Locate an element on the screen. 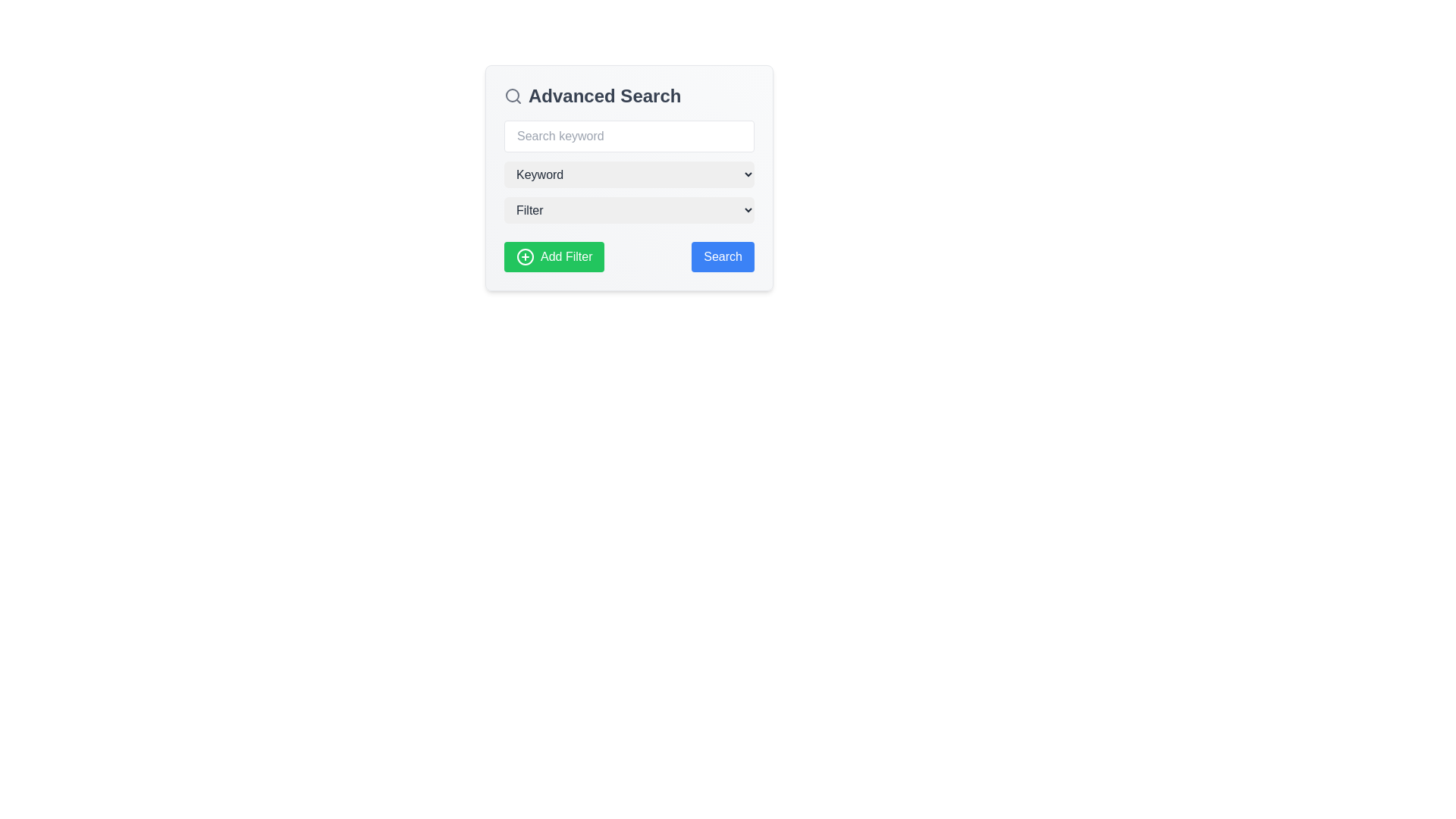  the 'Filter' dropdown menu in the 'Advanced Search' form is located at coordinates (629, 210).